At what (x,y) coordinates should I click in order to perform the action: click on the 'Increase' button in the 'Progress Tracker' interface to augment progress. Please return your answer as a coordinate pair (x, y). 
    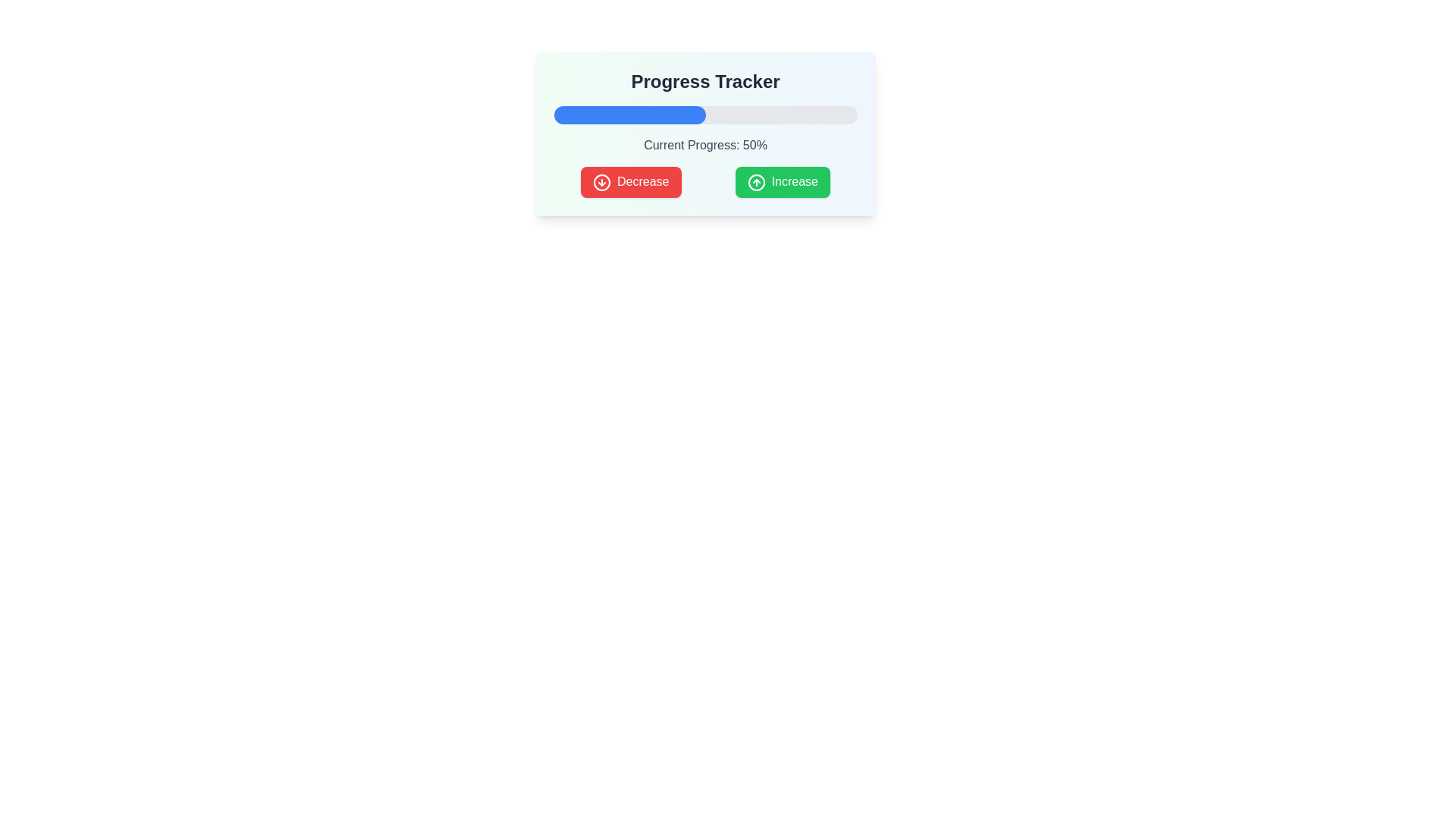
    Looking at the image, I should click on (704, 181).